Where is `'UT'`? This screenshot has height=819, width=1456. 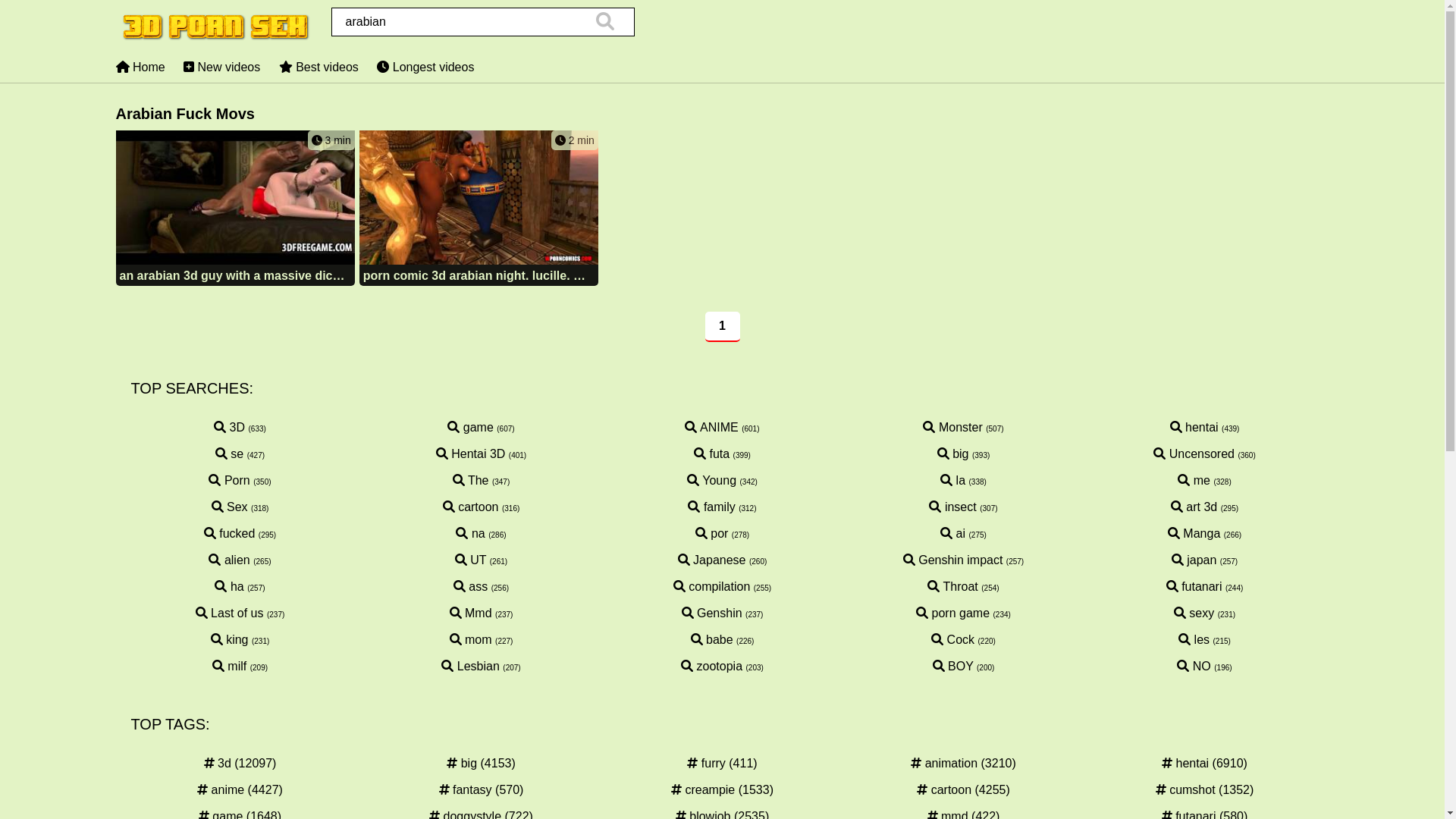 'UT' is located at coordinates (469, 560).